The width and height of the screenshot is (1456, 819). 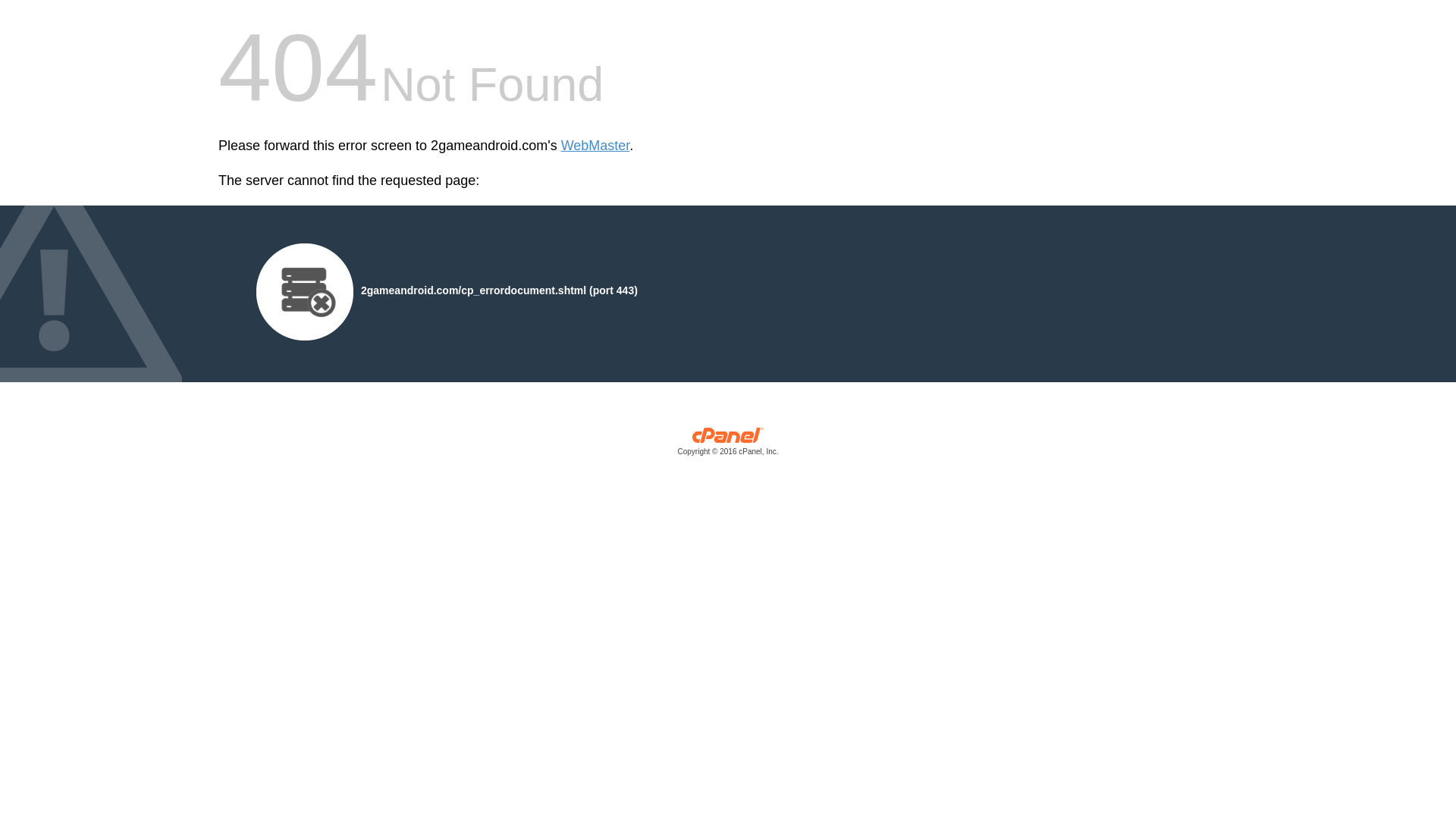 I want to click on 'WebMaster', so click(x=595, y=146).